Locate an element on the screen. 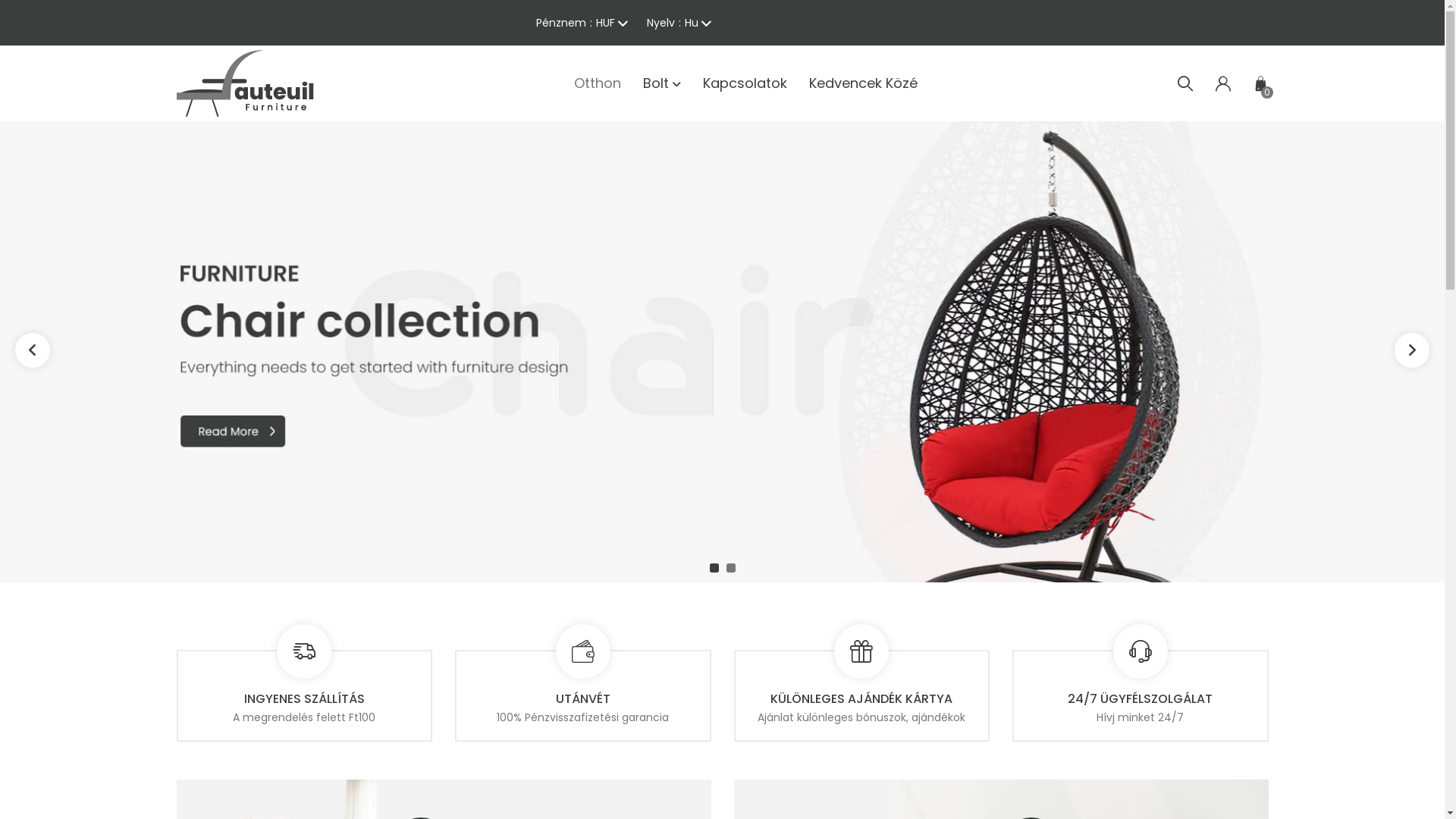 The height and width of the screenshot is (819, 1456). 'Bolt' is located at coordinates (662, 83).